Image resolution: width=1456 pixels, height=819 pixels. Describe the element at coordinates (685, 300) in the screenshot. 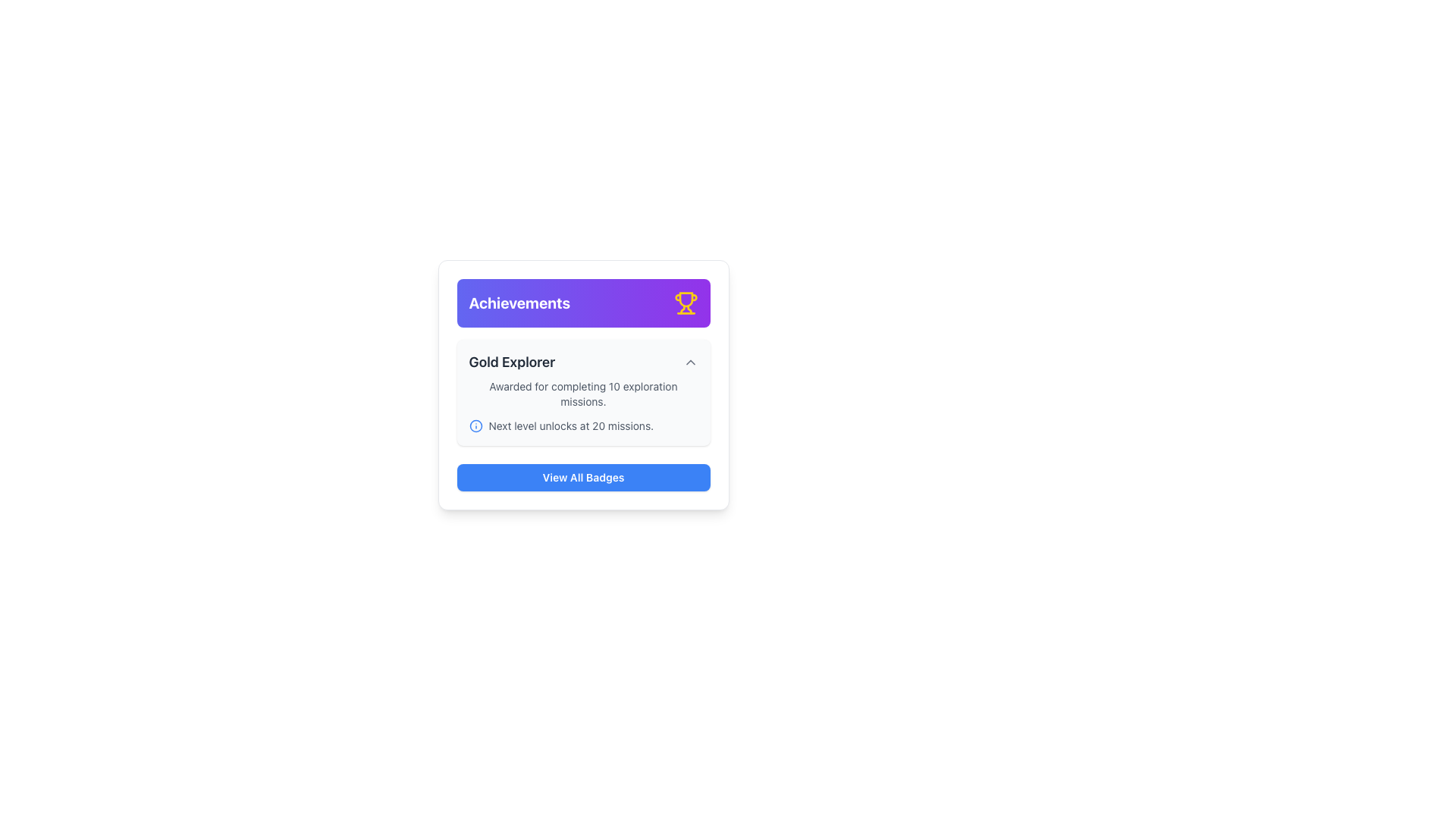

I see `the centrally large trophy icon in the top-right corner of the purple 'Achievements' title bar` at that location.